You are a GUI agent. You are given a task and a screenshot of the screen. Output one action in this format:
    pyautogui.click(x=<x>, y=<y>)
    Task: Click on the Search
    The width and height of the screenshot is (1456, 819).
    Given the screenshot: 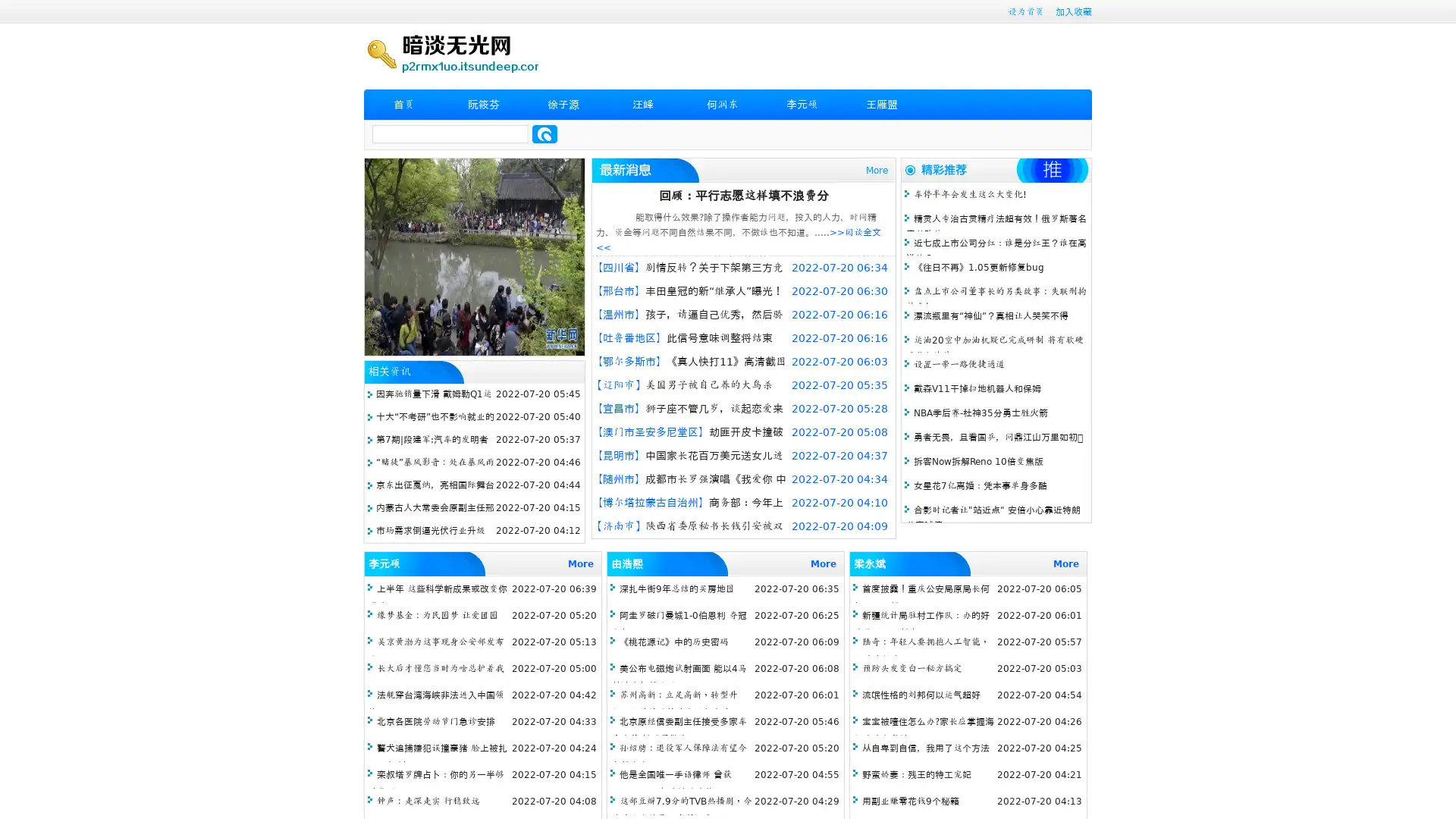 What is the action you would take?
    pyautogui.click(x=544, y=133)
    